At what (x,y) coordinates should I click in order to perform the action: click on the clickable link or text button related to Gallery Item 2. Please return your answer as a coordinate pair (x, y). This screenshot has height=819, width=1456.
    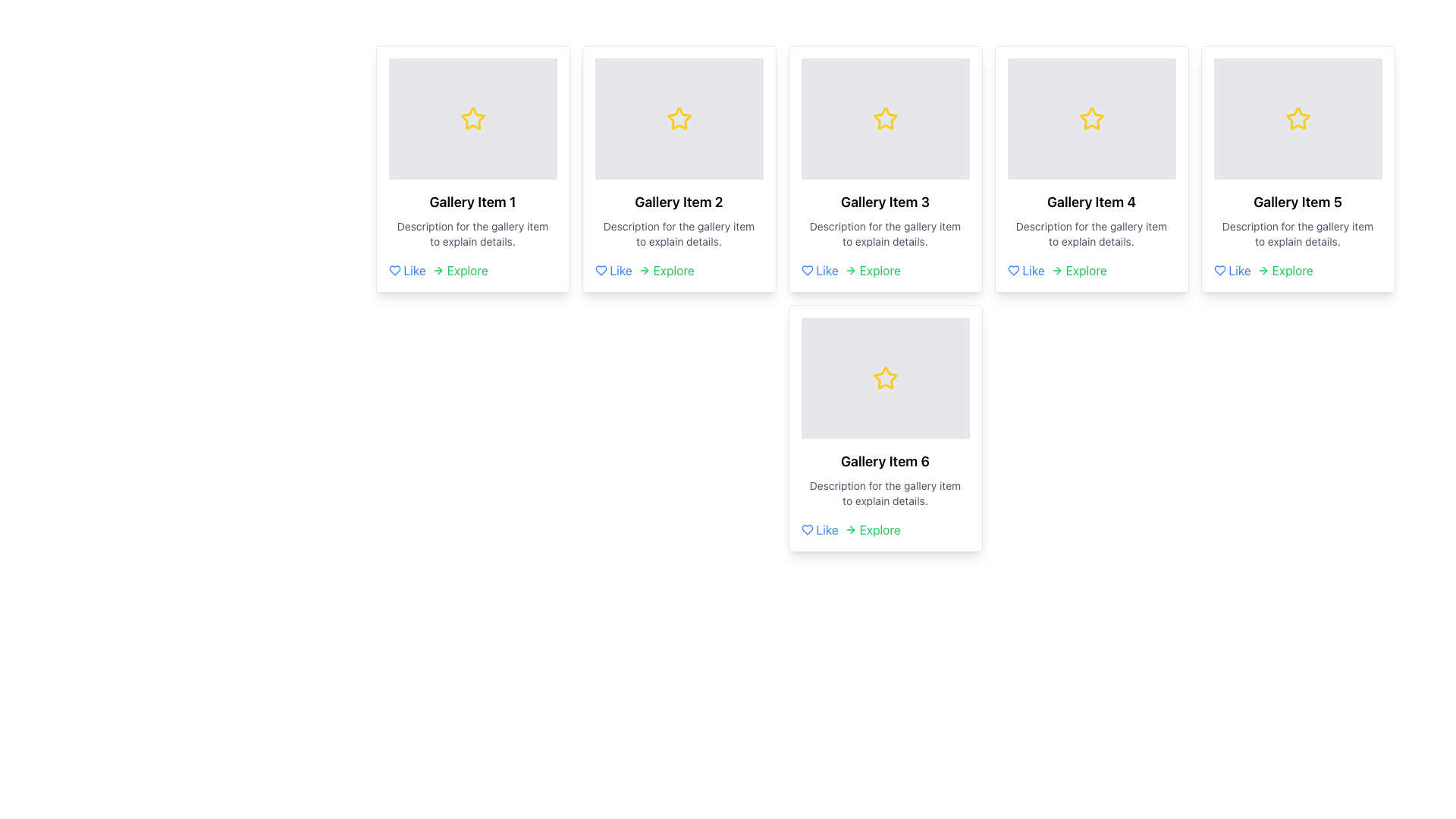
    Looking at the image, I should click on (666, 270).